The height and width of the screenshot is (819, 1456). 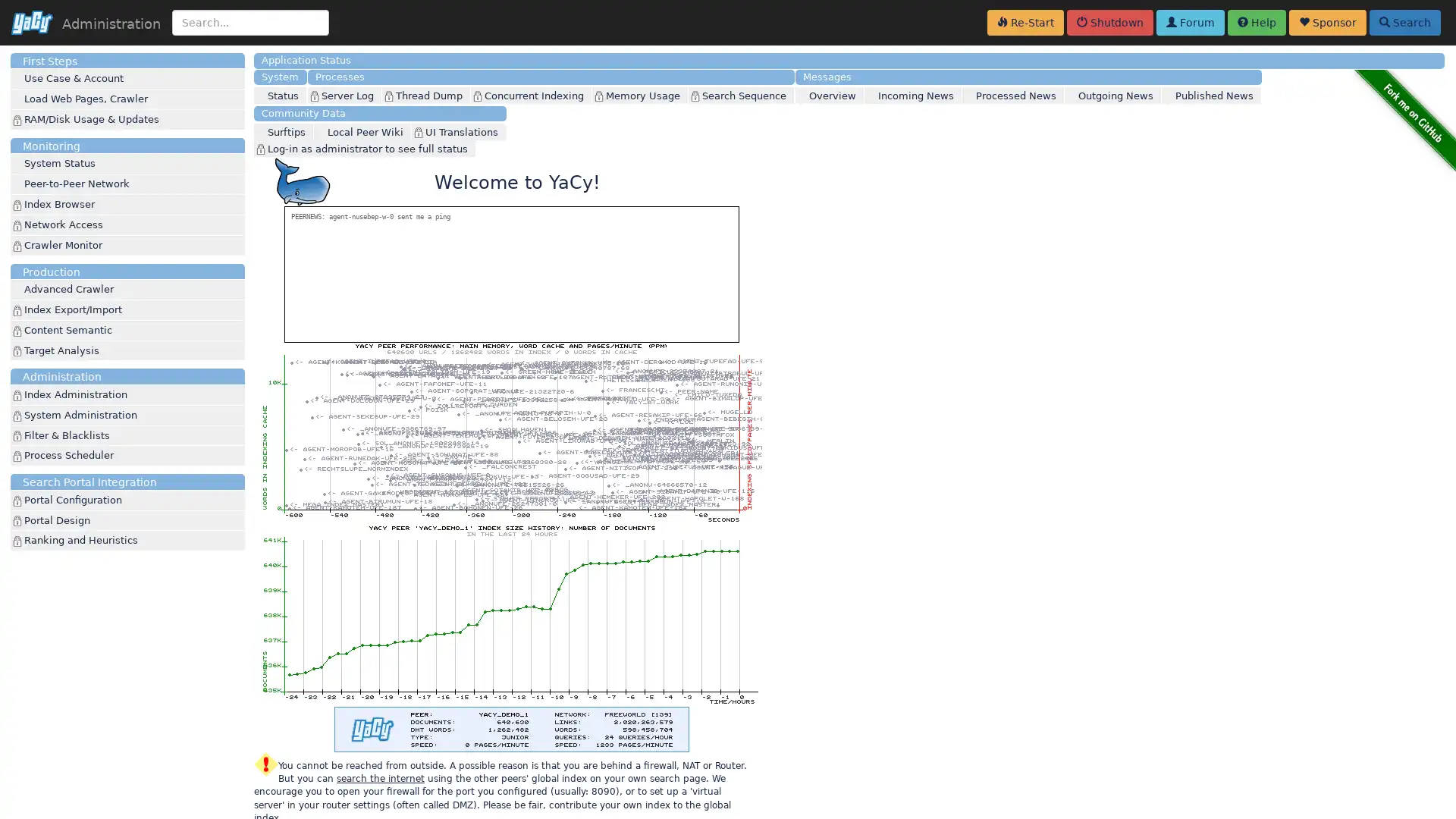 What do you see at coordinates (1257, 23) in the screenshot?
I see `Help` at bounding box center [1257, 23].